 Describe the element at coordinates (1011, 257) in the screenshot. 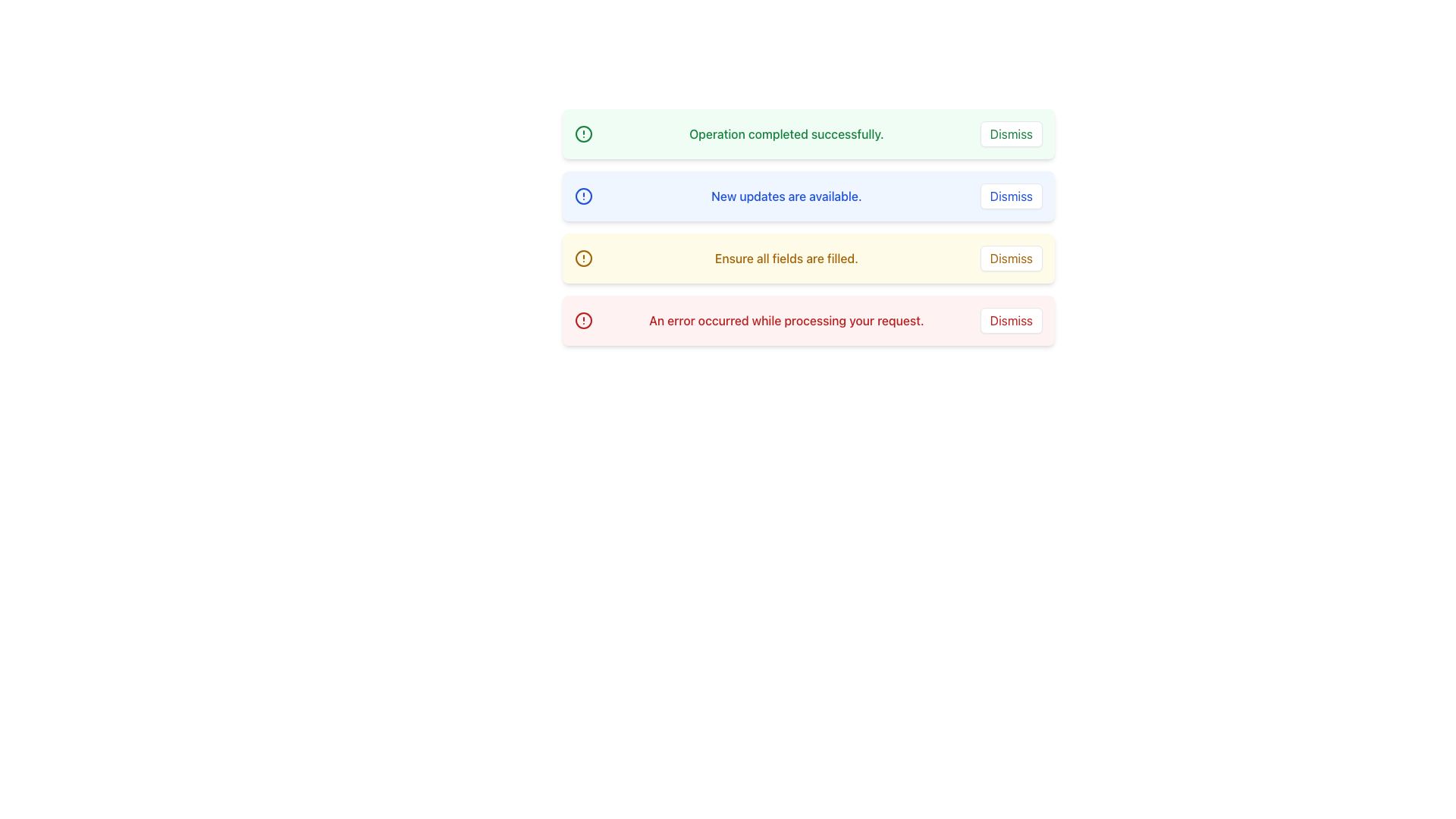

I see `the 'Dismiss' button in the notification block` at that location.